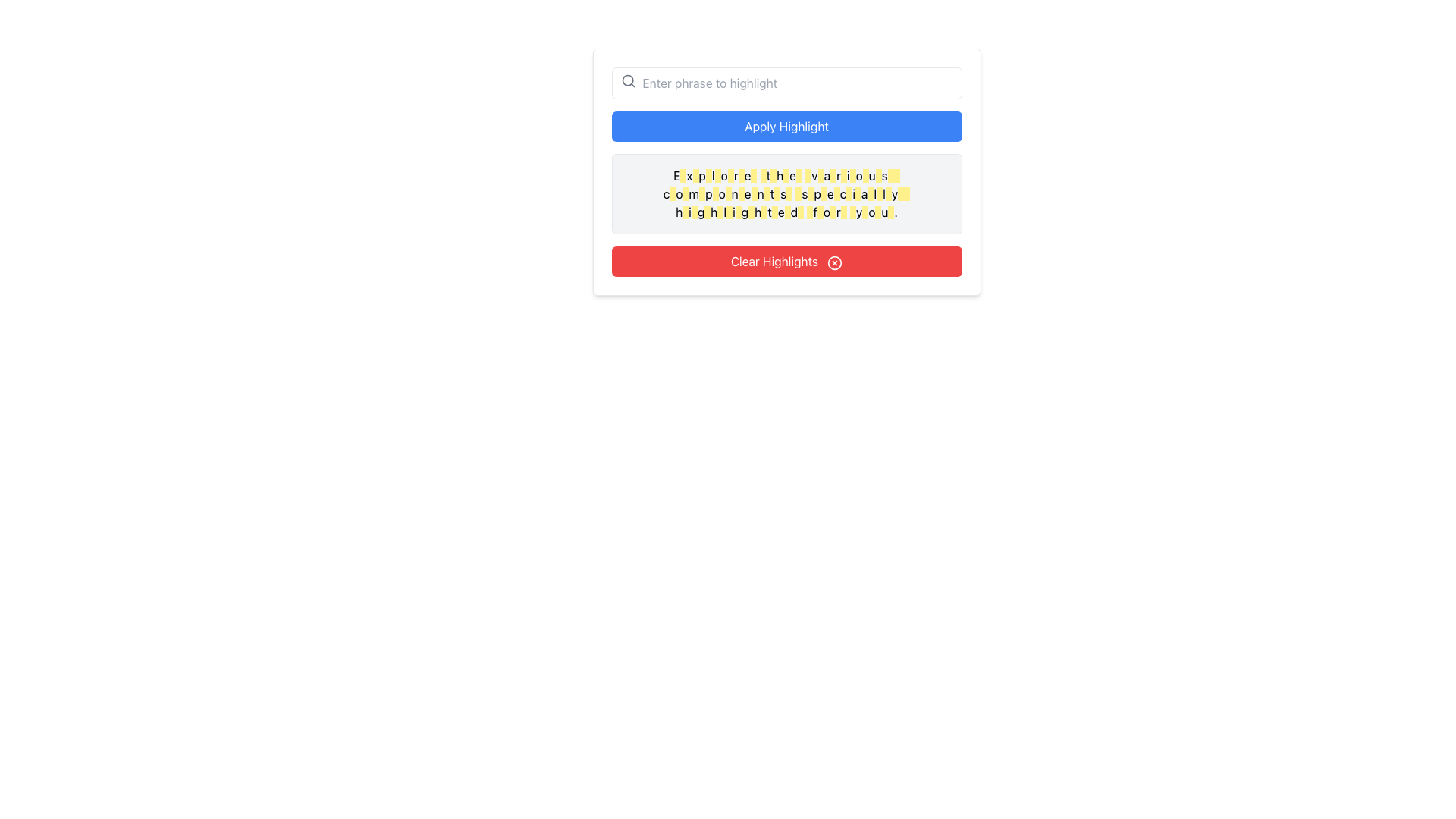 Image resolution: width=1456 pixels, height=819 pixels. What do you see at coordinates (820, 174) in the screenshot?
I see `the thirteenth highlighted segment in the text 'Explore the various components specially highlighted for you.'` at bounding box center [820, 174].